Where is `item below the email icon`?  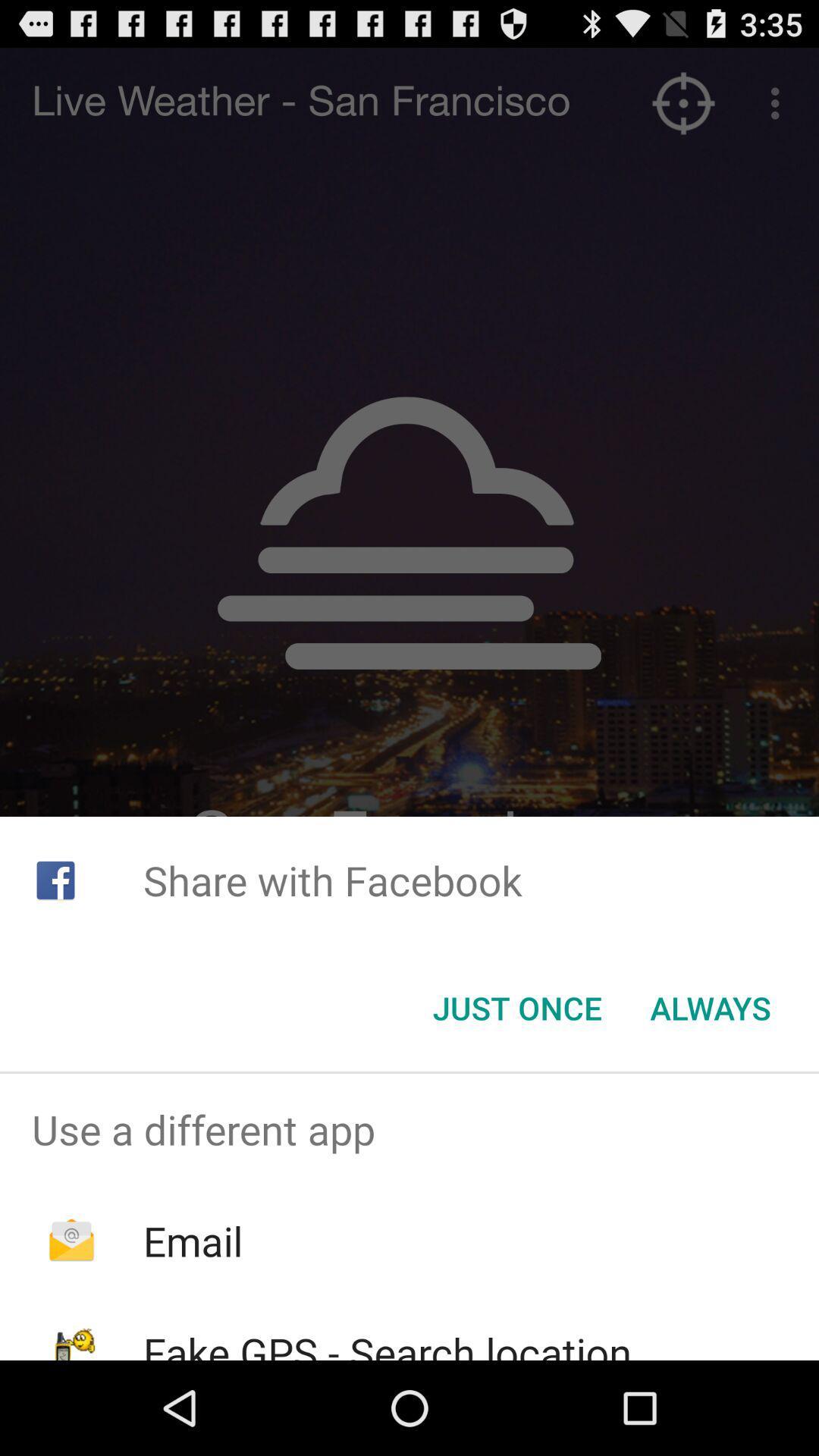 item below the email icon is located at coordinates (387, 1342).